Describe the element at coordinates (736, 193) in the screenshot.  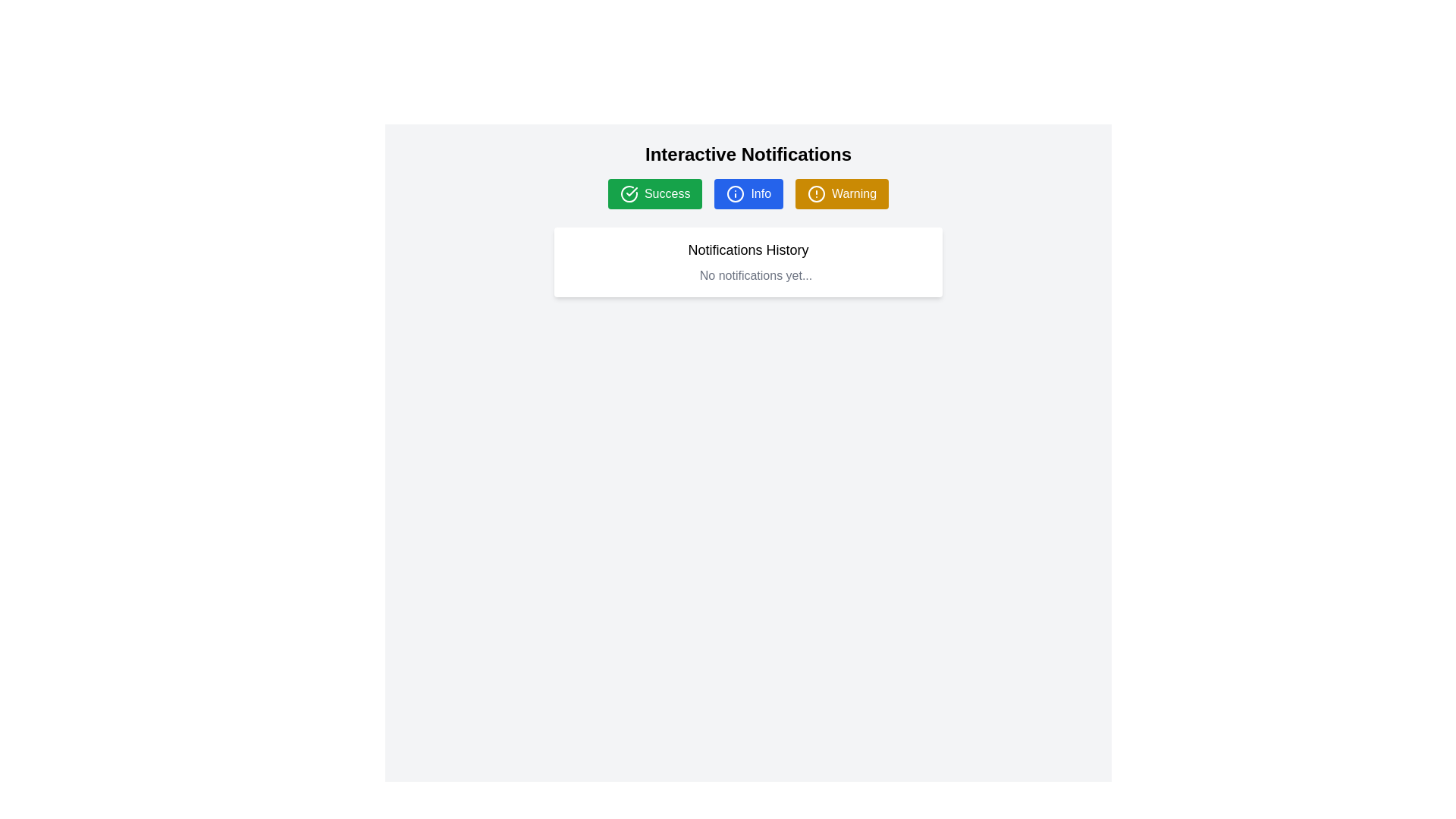
I see `the circular decorative component that serves as the background for the 'Info' button, located between the green 'Success' button and the orange 'Warning' button` at that location.